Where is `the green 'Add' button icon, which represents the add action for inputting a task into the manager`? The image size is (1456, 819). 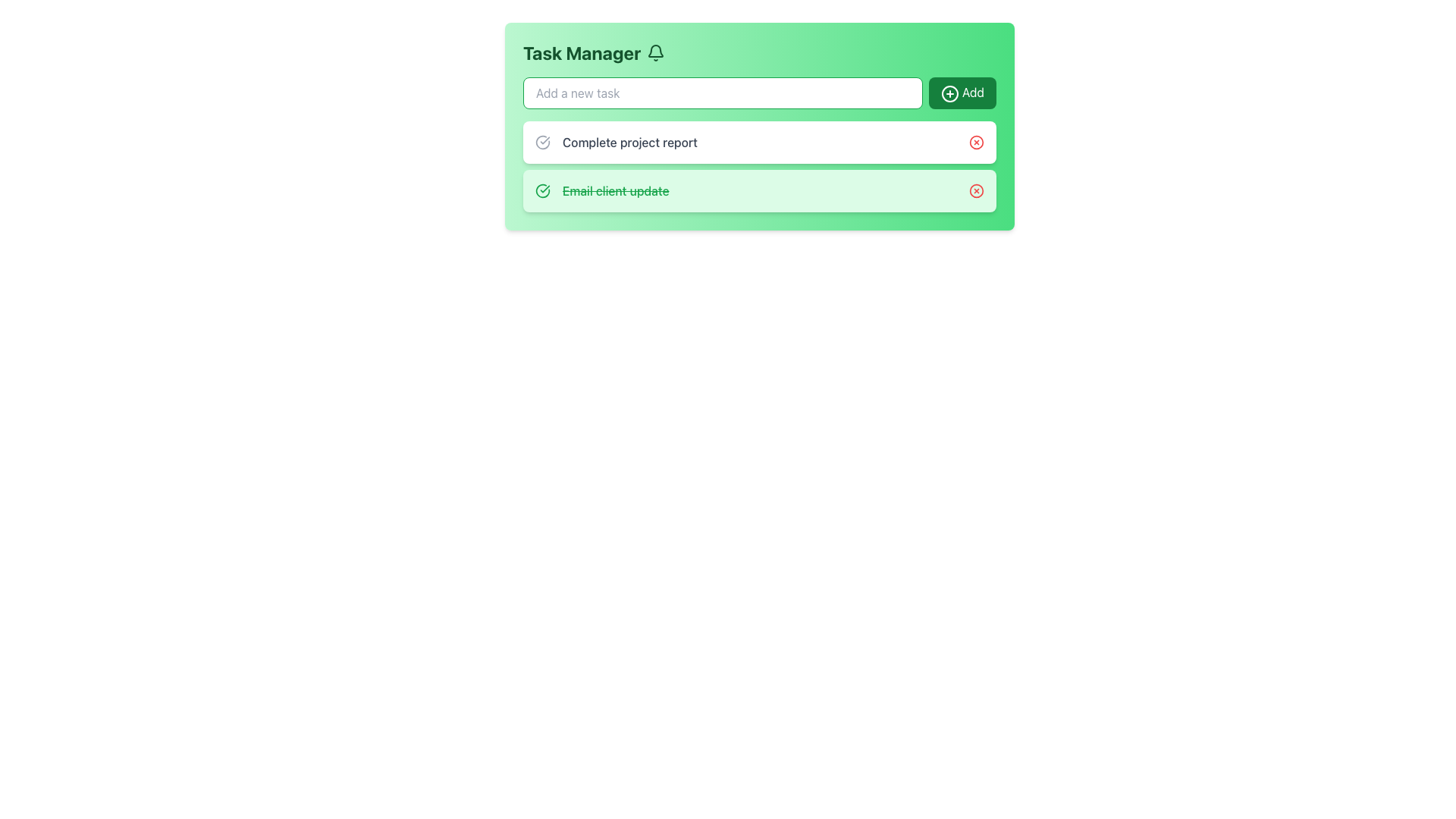
the green 'Add' button icon, which represents the add action for inputting a task into the manager is located at coordinates (949, 93).